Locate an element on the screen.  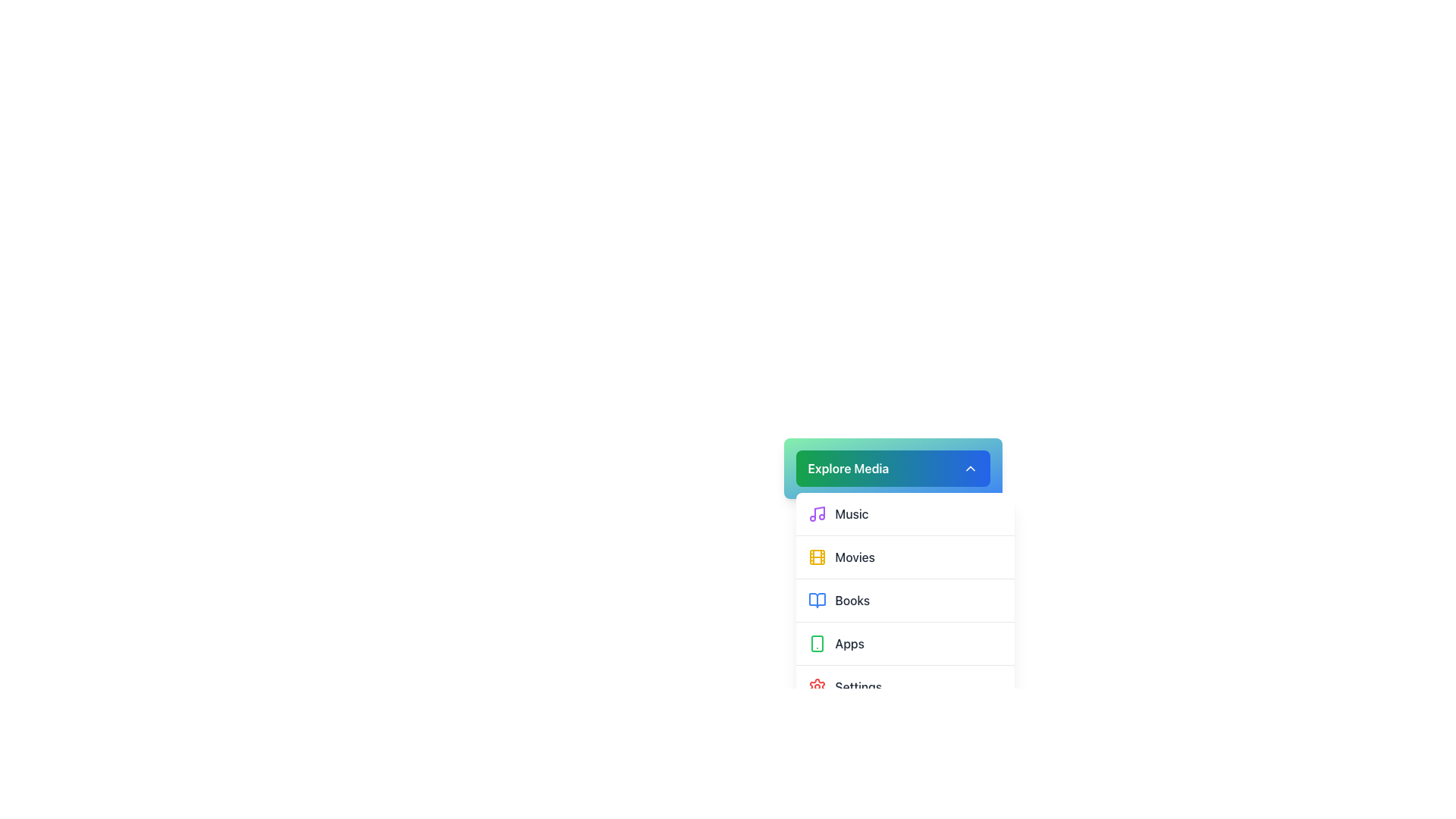
the red gear icon located at the bottom right of the 'Explore Media' dropdown menu is located at coordinates (816, 687).